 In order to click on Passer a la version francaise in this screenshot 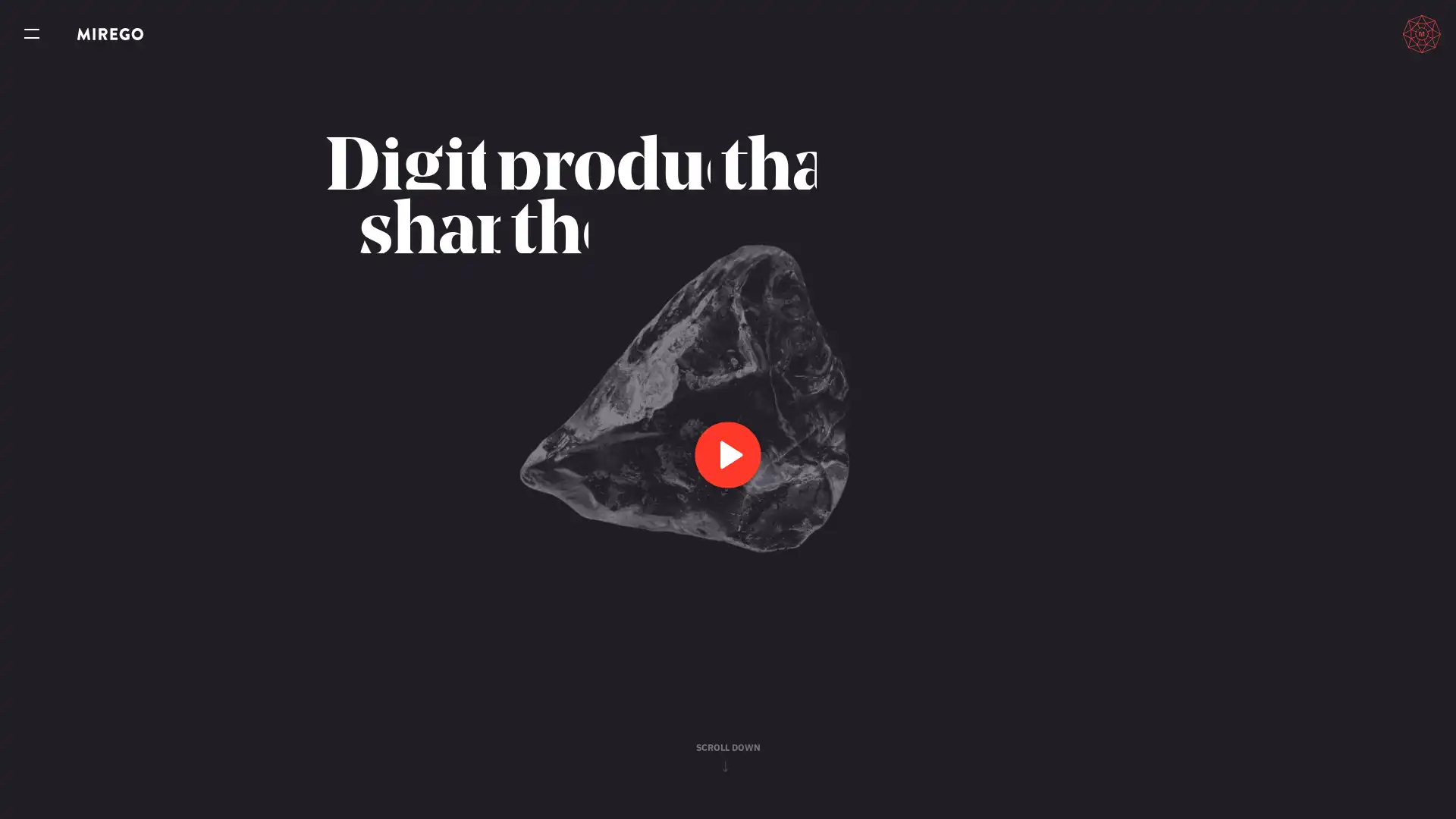, I will do `click(1351, 33)`.